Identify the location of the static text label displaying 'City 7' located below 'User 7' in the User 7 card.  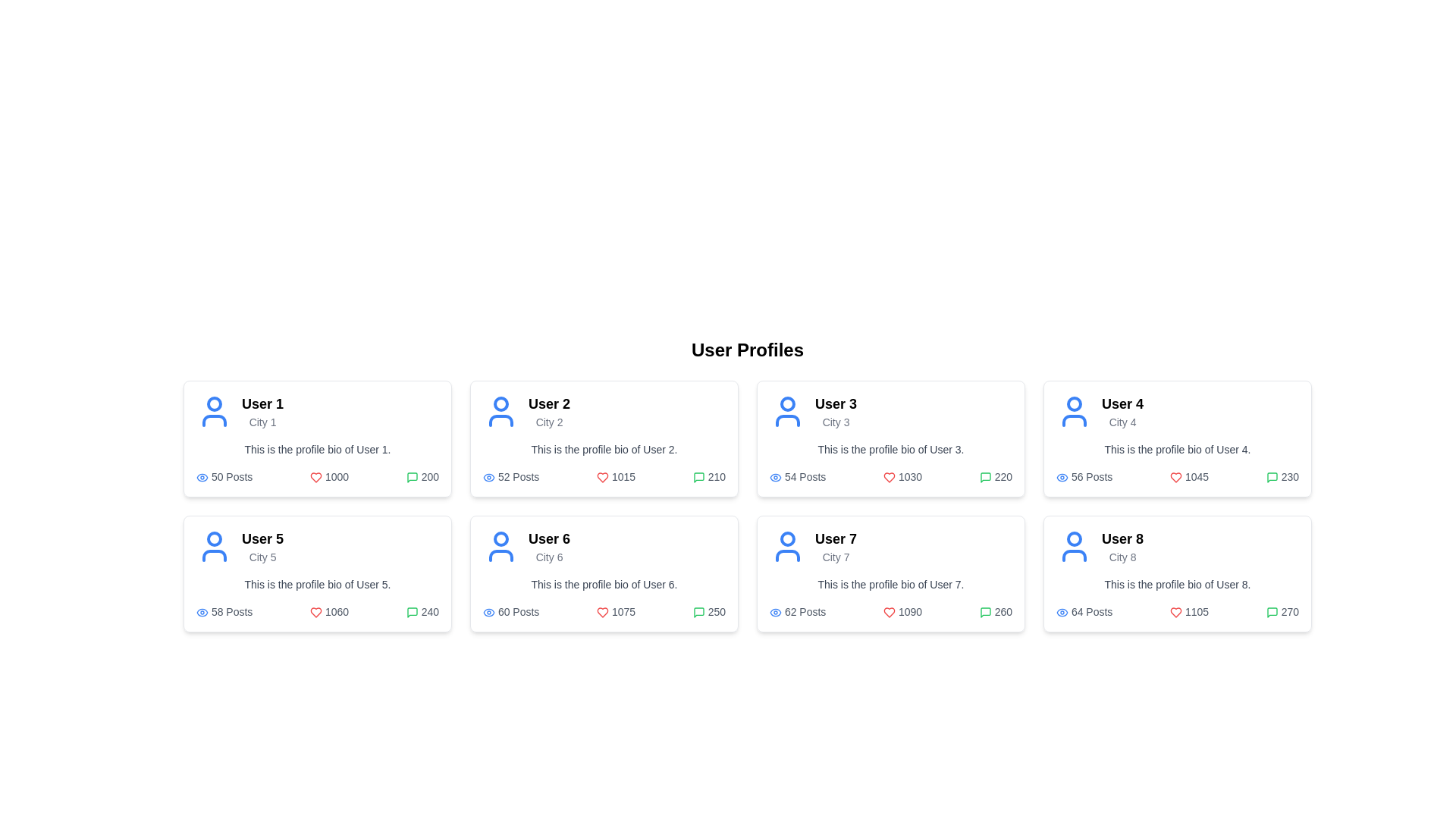
(835, 557).